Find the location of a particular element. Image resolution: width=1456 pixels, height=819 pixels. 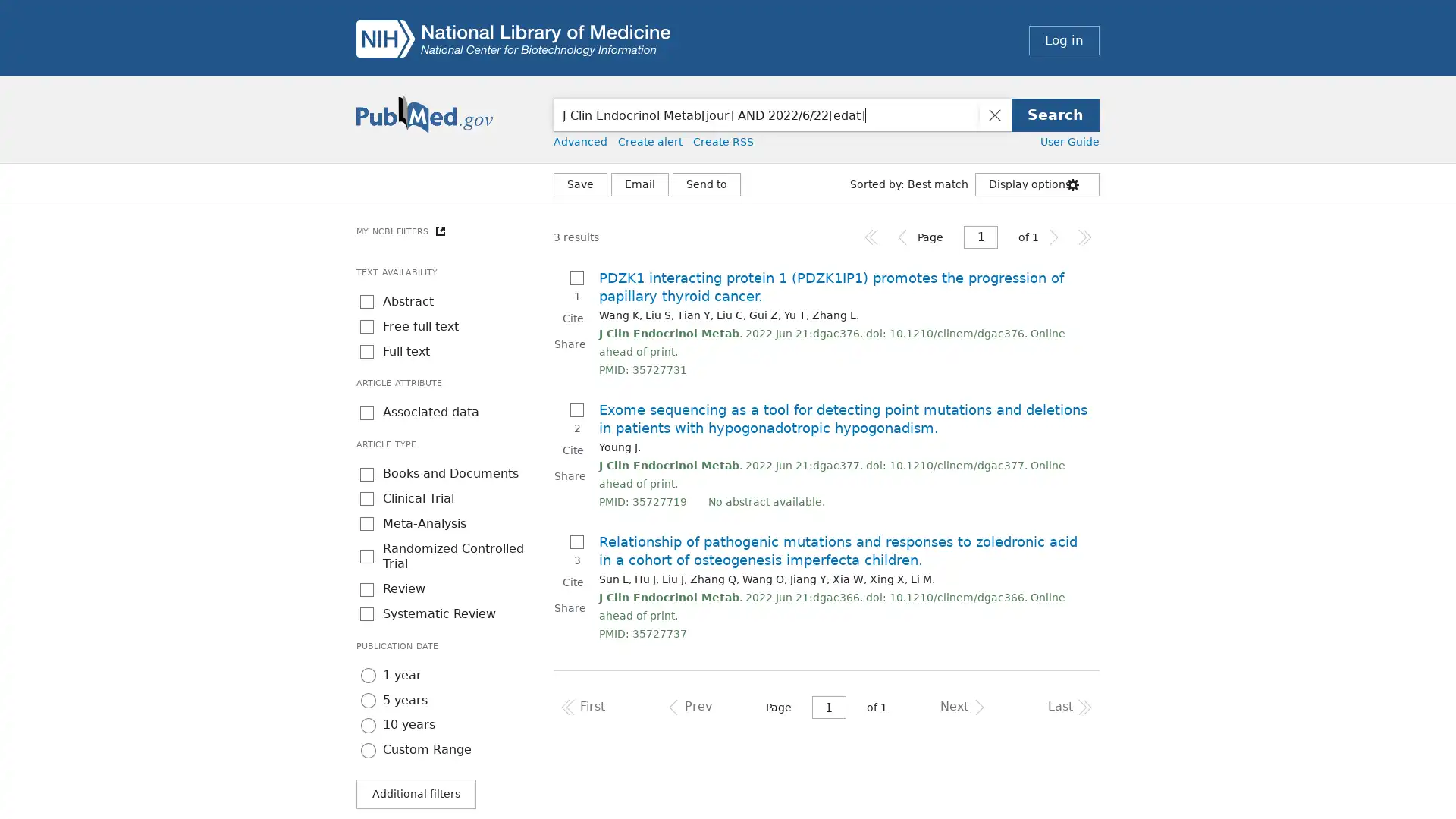

Create RSS is located at coordinates (723, 141).